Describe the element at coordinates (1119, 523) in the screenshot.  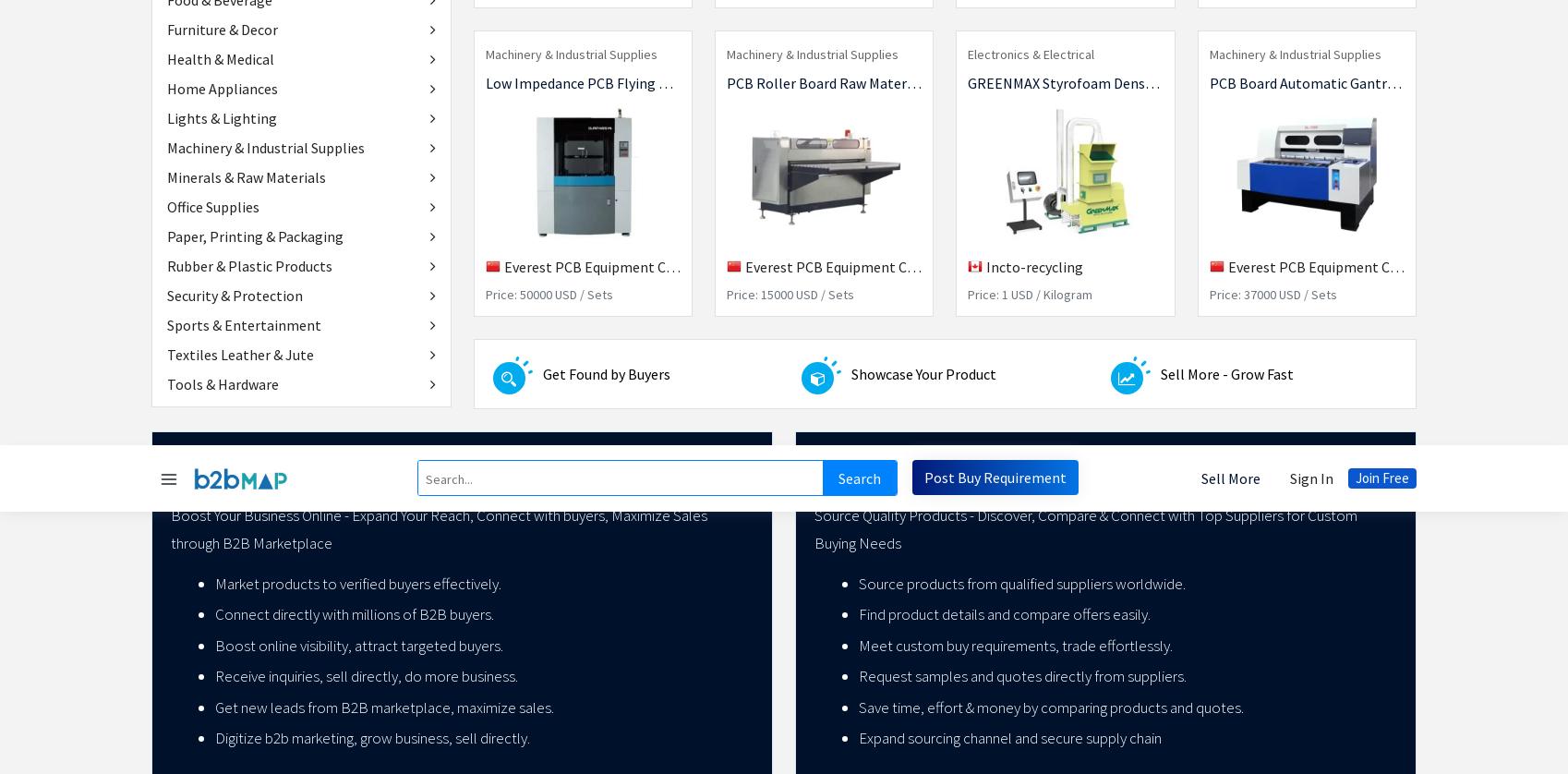
I see `'India'` at that location.